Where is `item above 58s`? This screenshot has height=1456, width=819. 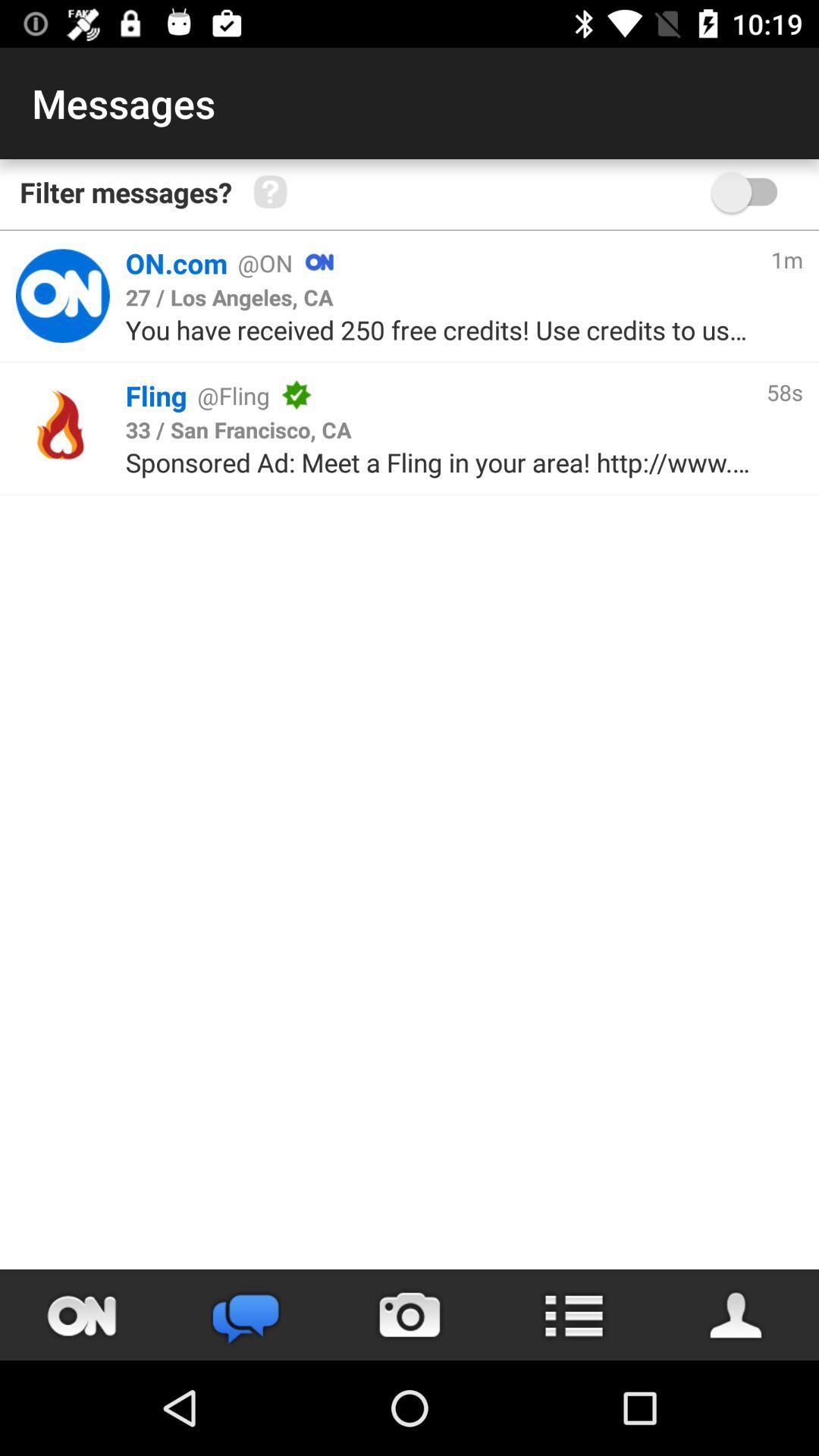 item above 58s is located at coordinates (786, 259).